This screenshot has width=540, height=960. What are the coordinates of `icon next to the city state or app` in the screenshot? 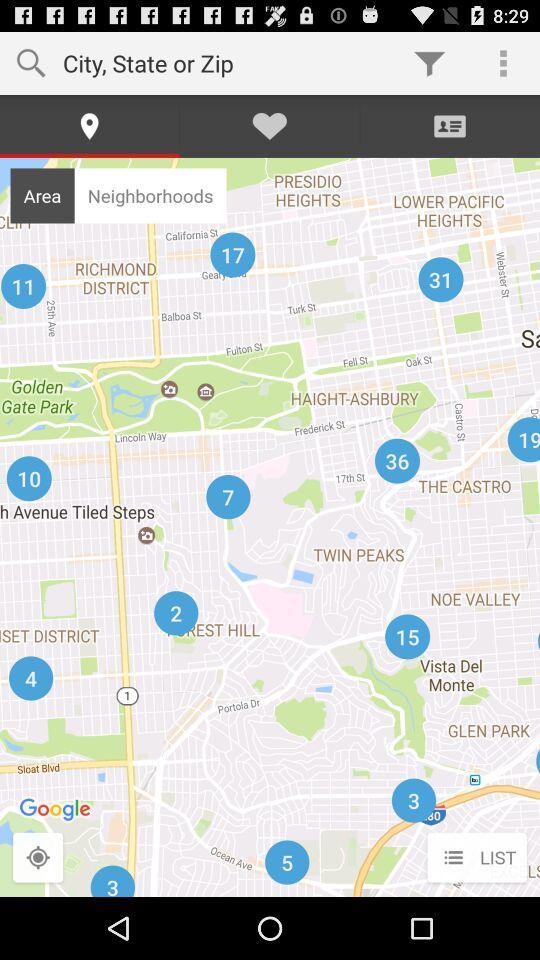 It's located at (428, 62).